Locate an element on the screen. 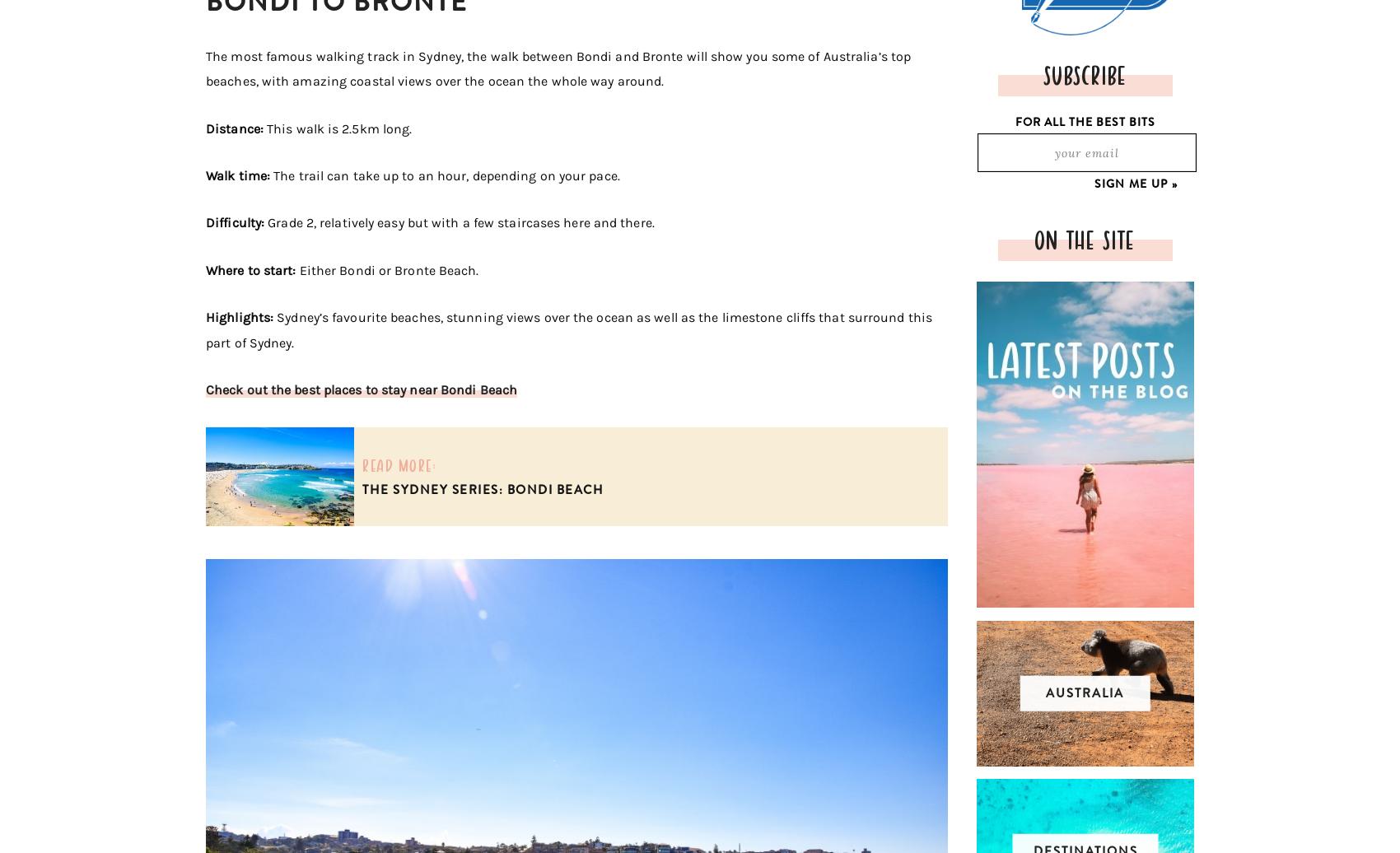 The height and width of the screenshot is (853, 1400). 'The most famous walking track in Sydney, the walk between Bondi and Bronte will show you some of Australia’s top beaches, with amazing coastal views over the ocean the whole way around.' is located at coordinates (558, 68).